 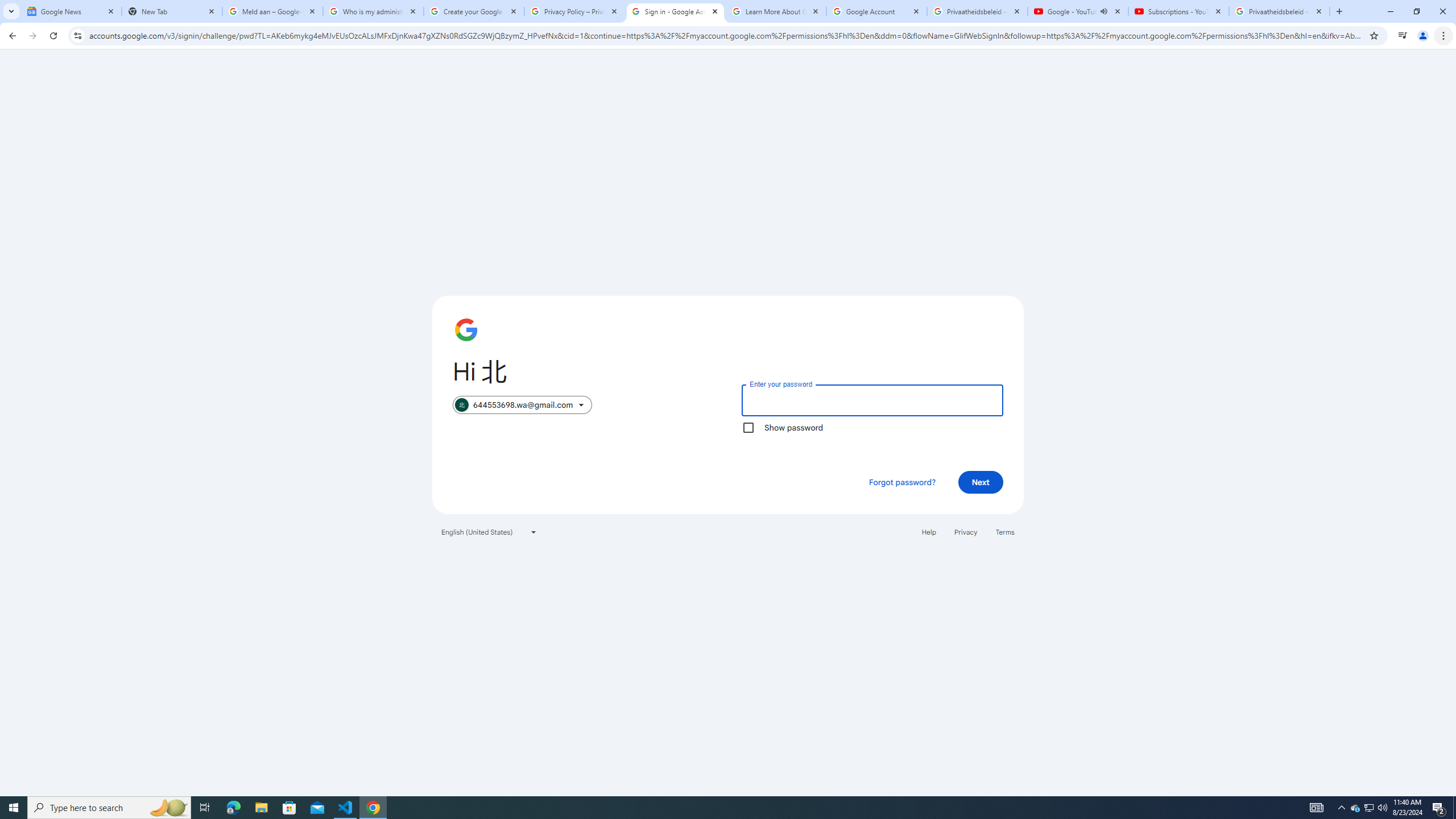 I want to click on 'Google - YouTube - Audio playing', so click(x=1078, y=11).